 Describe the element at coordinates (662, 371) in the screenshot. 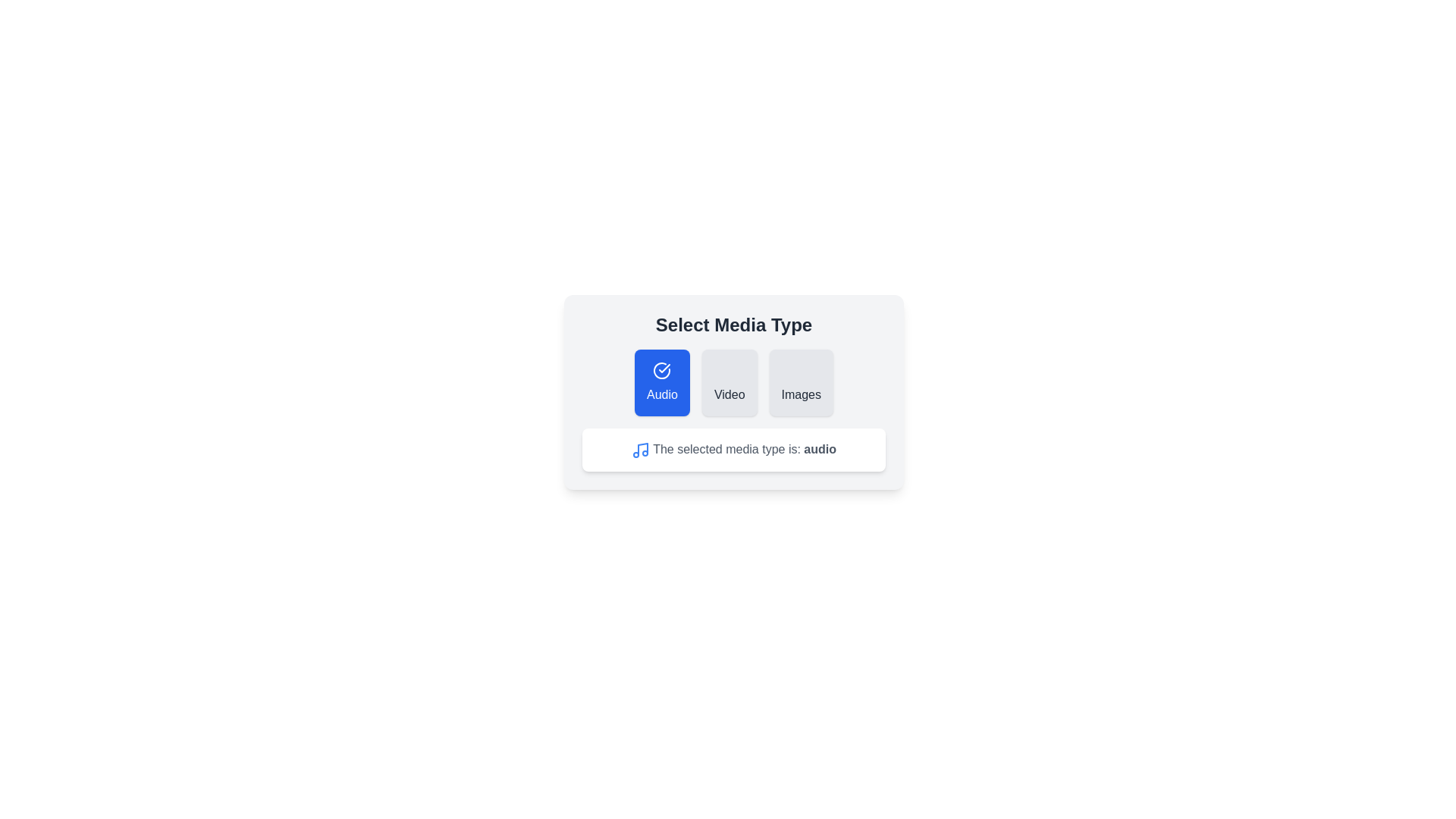

I see `the circular portion of the 'Audio' button icon, which is the leftmost option in the button group and represents the larger circular outline surrounding the inner check mark` at that location.